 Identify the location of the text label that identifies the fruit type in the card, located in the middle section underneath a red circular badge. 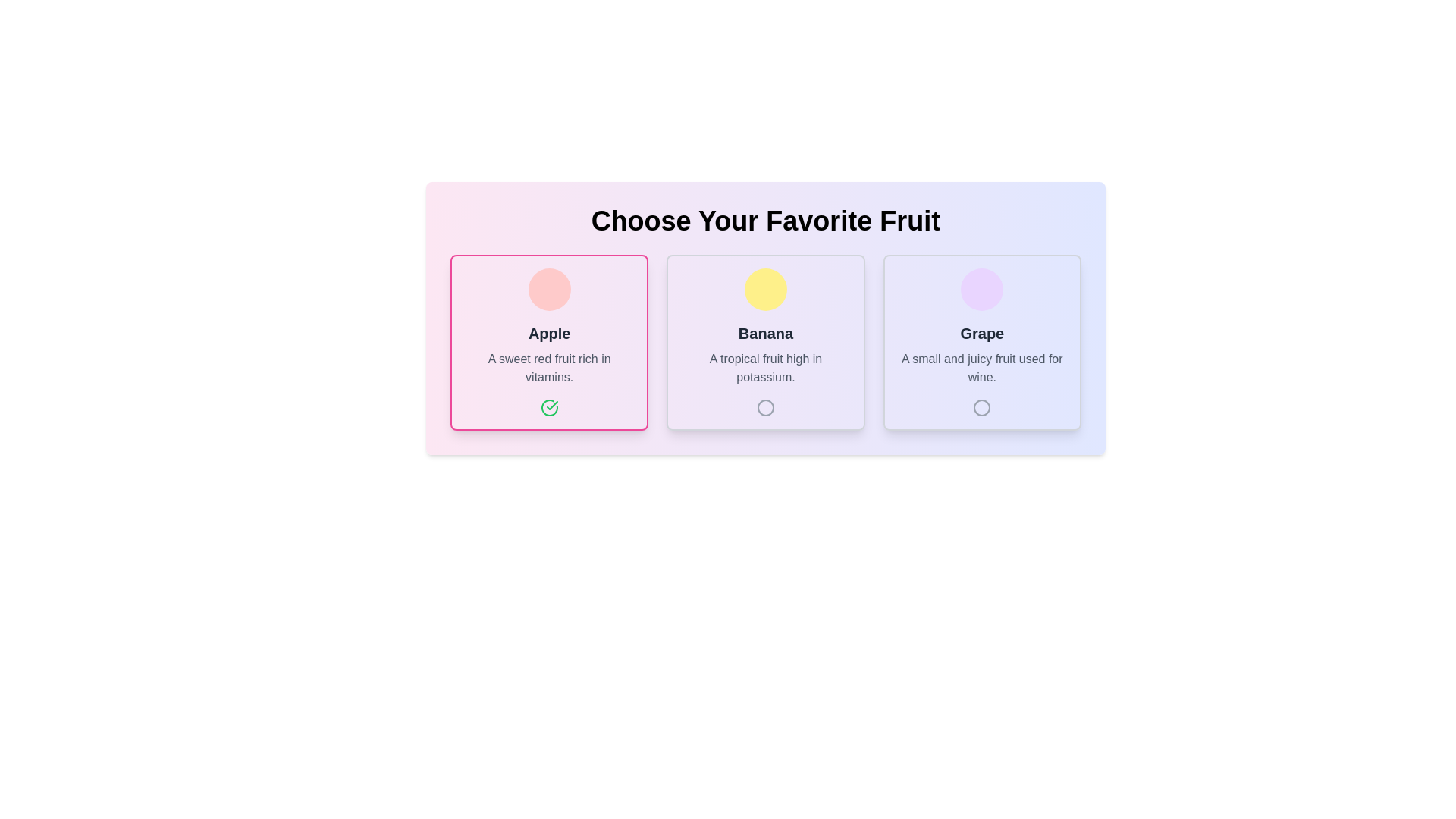
(548, 332).